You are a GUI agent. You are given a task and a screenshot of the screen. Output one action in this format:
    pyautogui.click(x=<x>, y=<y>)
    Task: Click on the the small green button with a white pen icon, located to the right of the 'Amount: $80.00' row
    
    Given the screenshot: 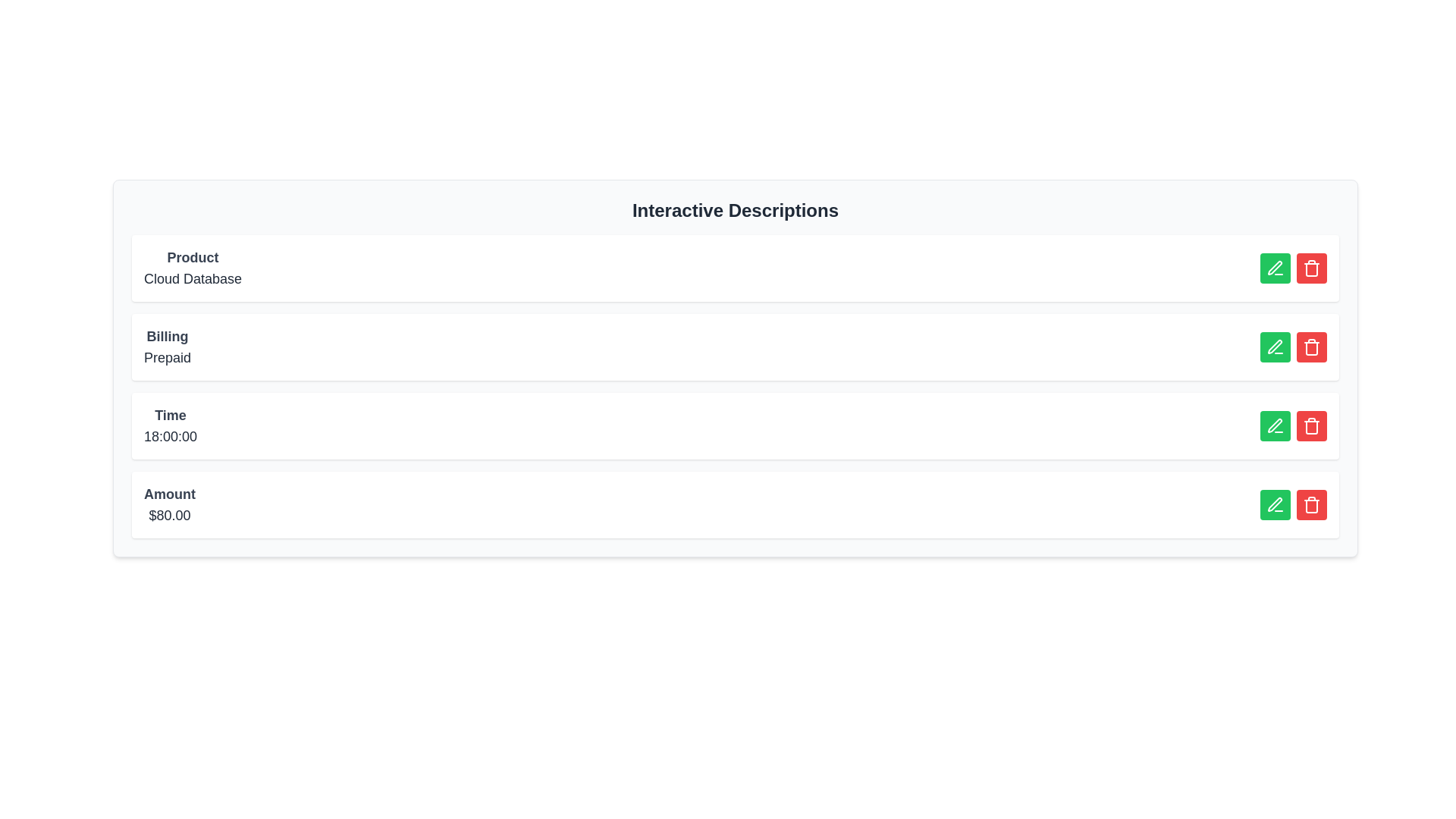 What is the action you would take?
    pyautogui.click(x=1274, y=505)
    